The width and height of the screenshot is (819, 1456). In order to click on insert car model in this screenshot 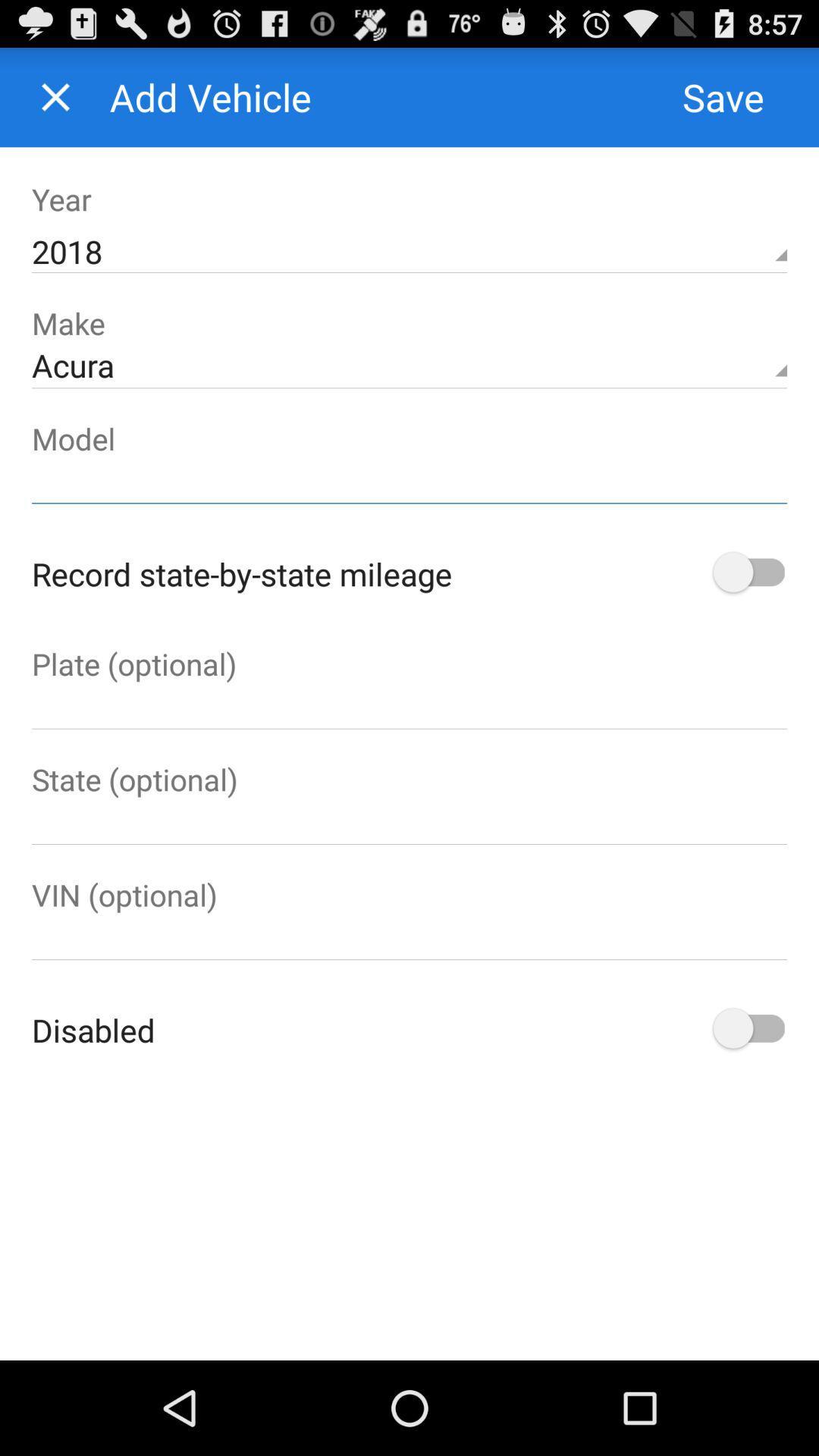, I will do `click(409, 480)`.